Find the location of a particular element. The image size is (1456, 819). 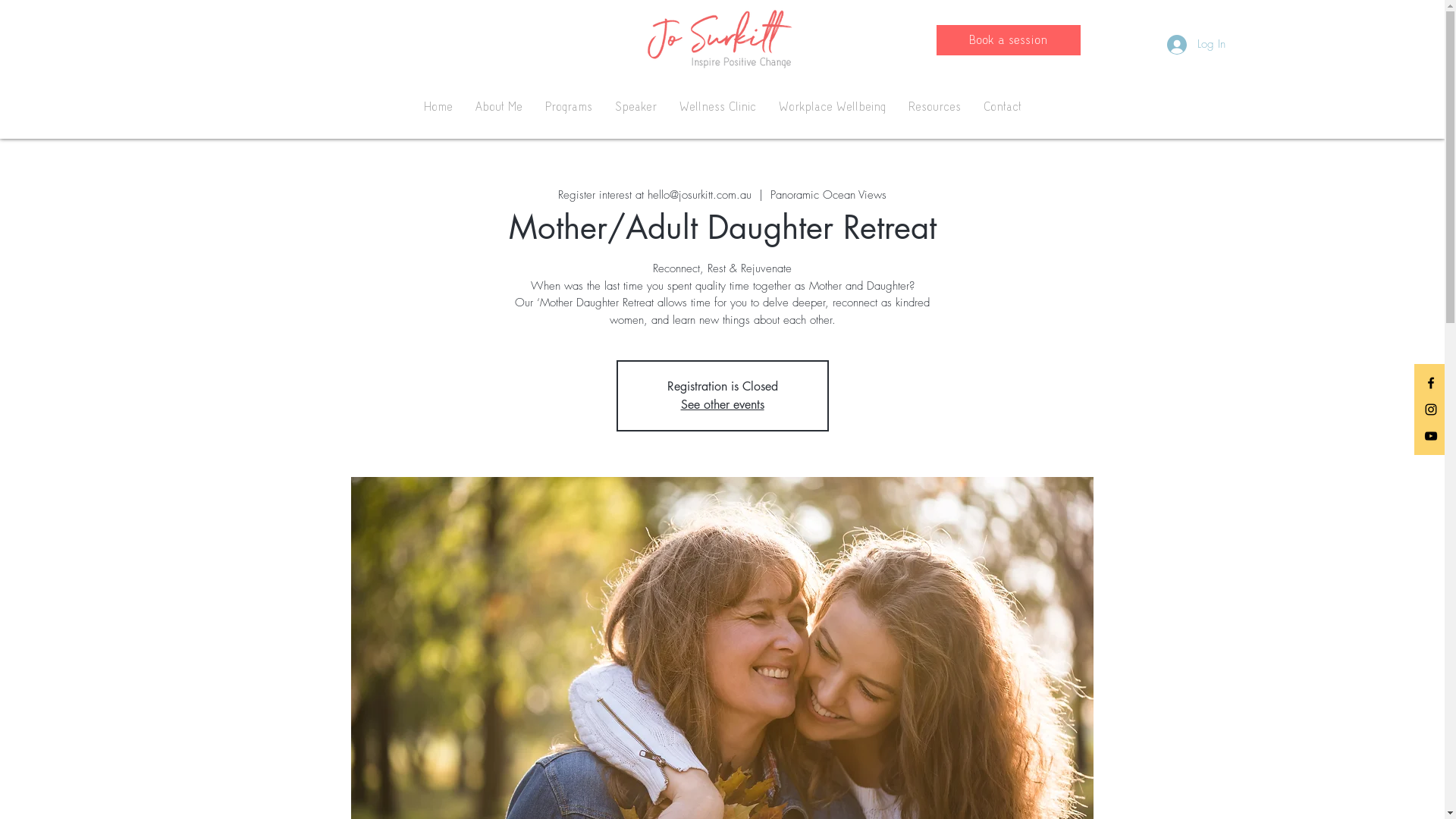

'See other events' is located at coordinates (722, 403).